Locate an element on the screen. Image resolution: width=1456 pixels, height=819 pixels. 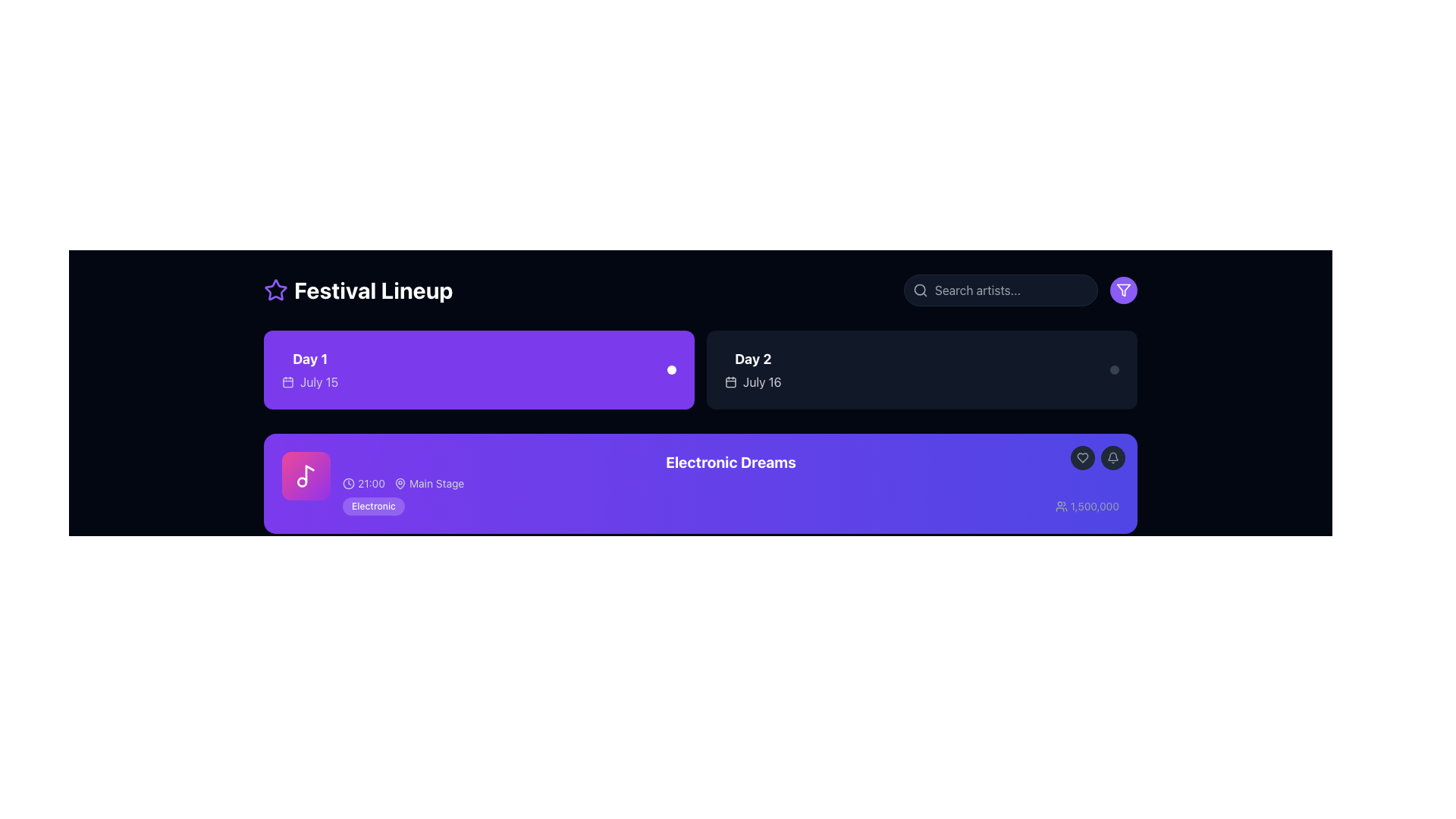
the Label with Icon that displays 'Main Stage' in white font on a purple background, located to the right of the clock icon showing '21:00' is located at coordinates (428, 483).